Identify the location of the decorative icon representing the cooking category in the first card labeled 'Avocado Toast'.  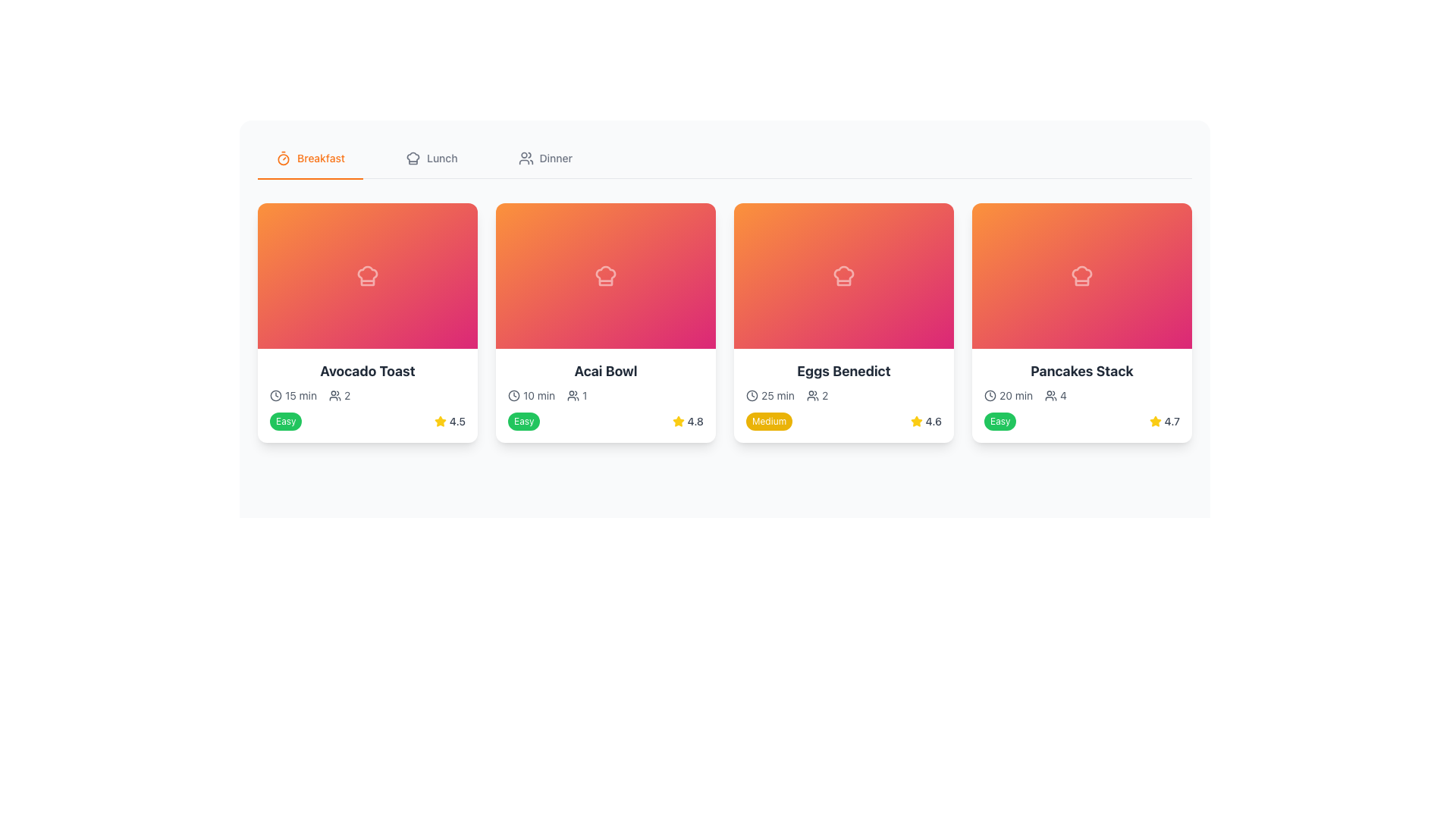
(367, 275).